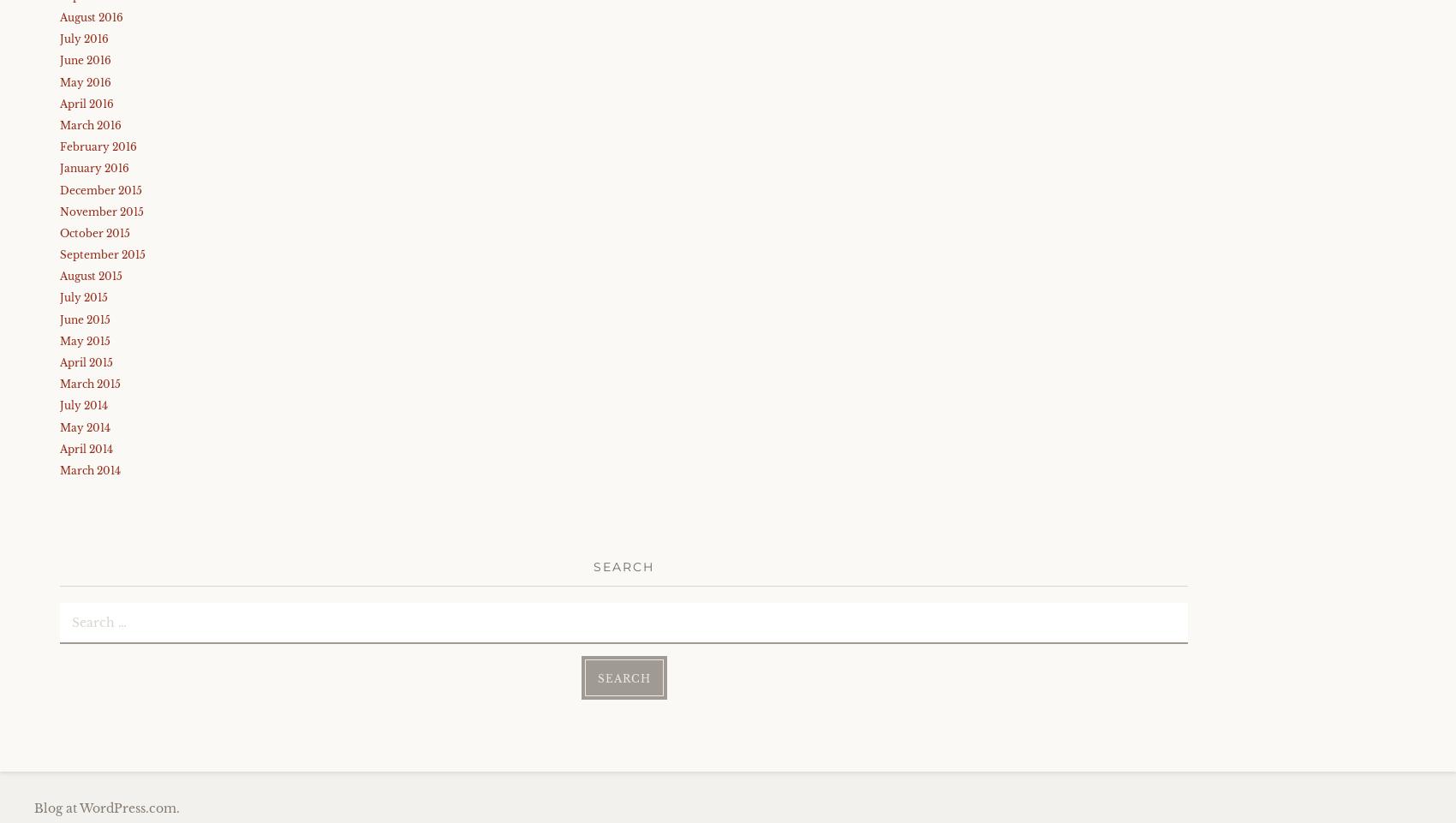 The width and height of the screenshot is (1456, 823). Describe the element at coordinates (60, 404) in the screenshot. I see `'July 2014'` at that location.